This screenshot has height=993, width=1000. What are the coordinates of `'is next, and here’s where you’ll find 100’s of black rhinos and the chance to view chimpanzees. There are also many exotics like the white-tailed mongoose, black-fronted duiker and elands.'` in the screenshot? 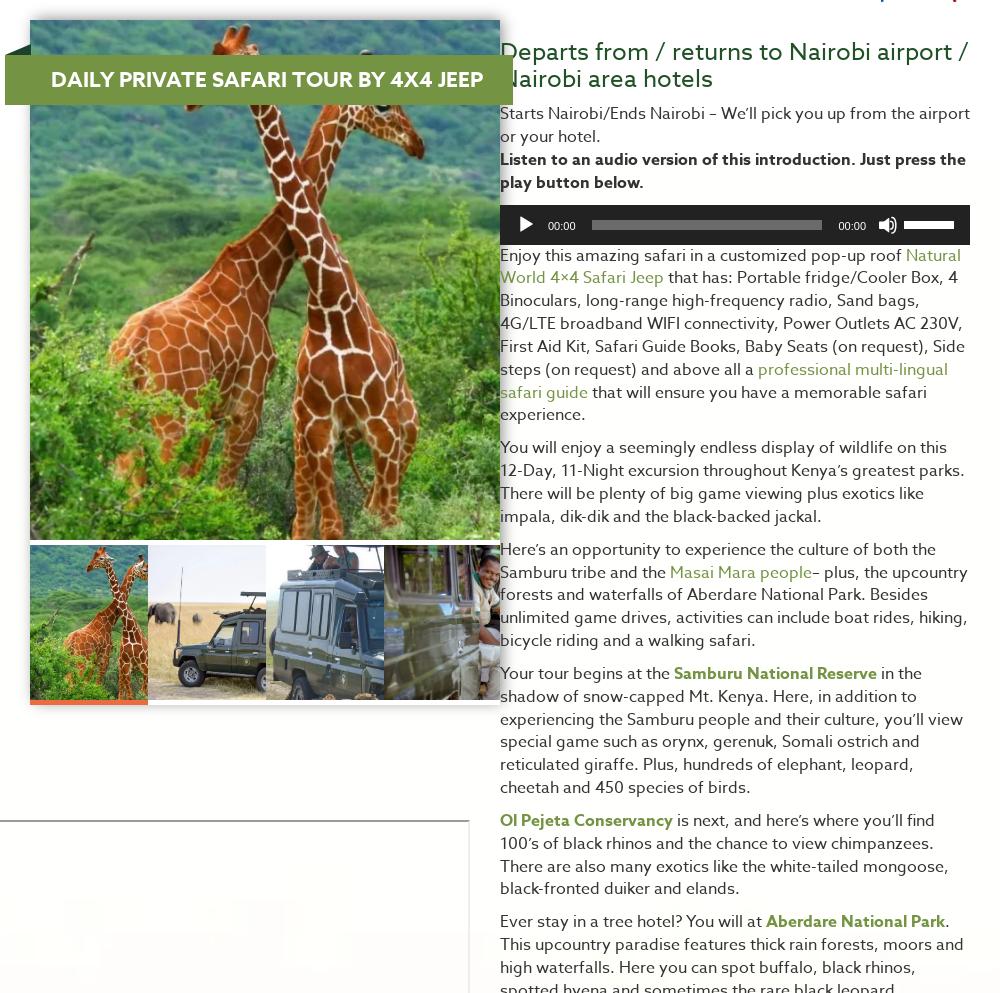 It's located at (500, 853).